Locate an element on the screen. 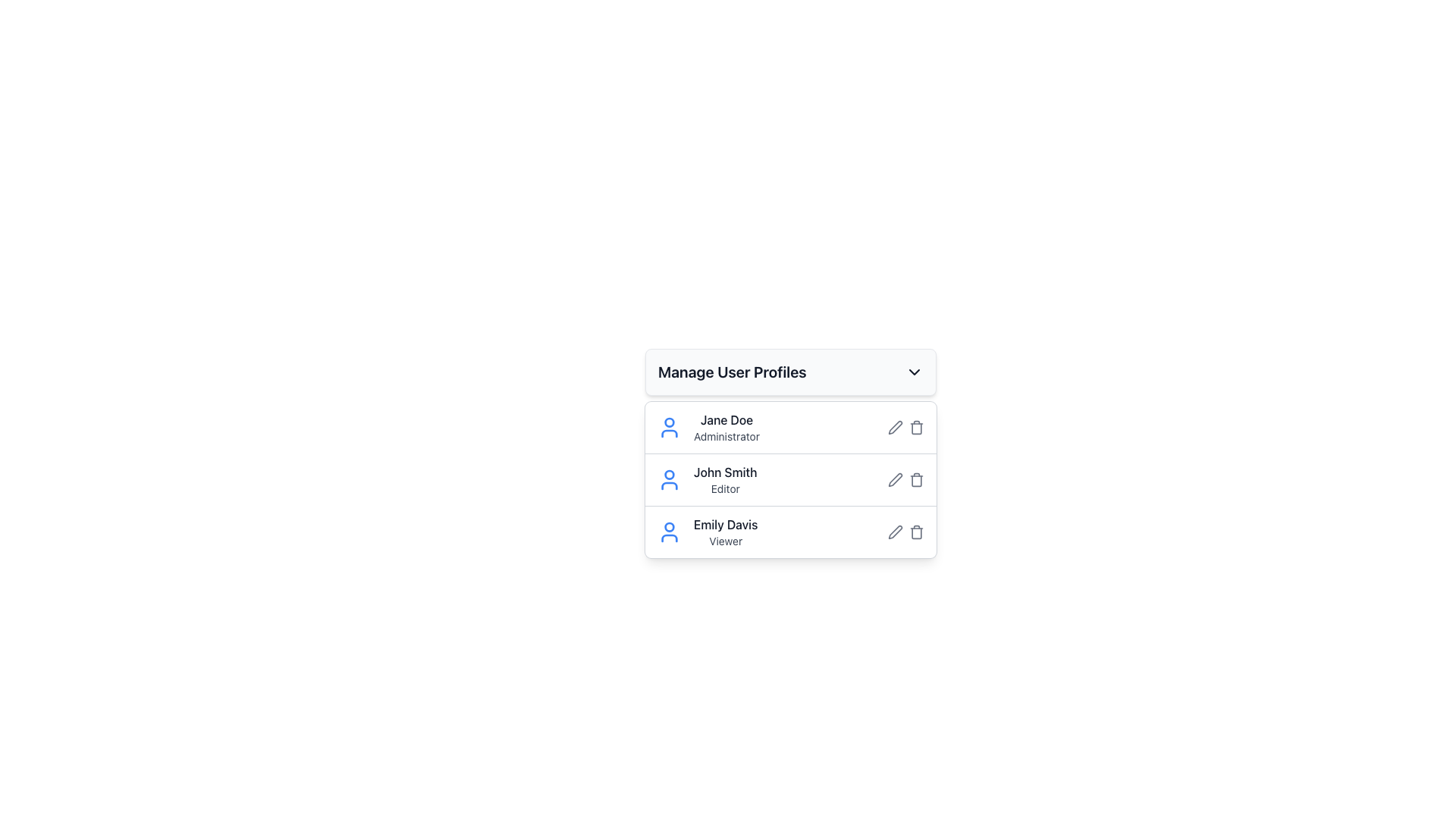 The width and height of the screenshot is (1456, 819). the user profile entry displaying the name and role of the individual, which is the second item in the list view of user profiles is located at coordinates (724, 479).